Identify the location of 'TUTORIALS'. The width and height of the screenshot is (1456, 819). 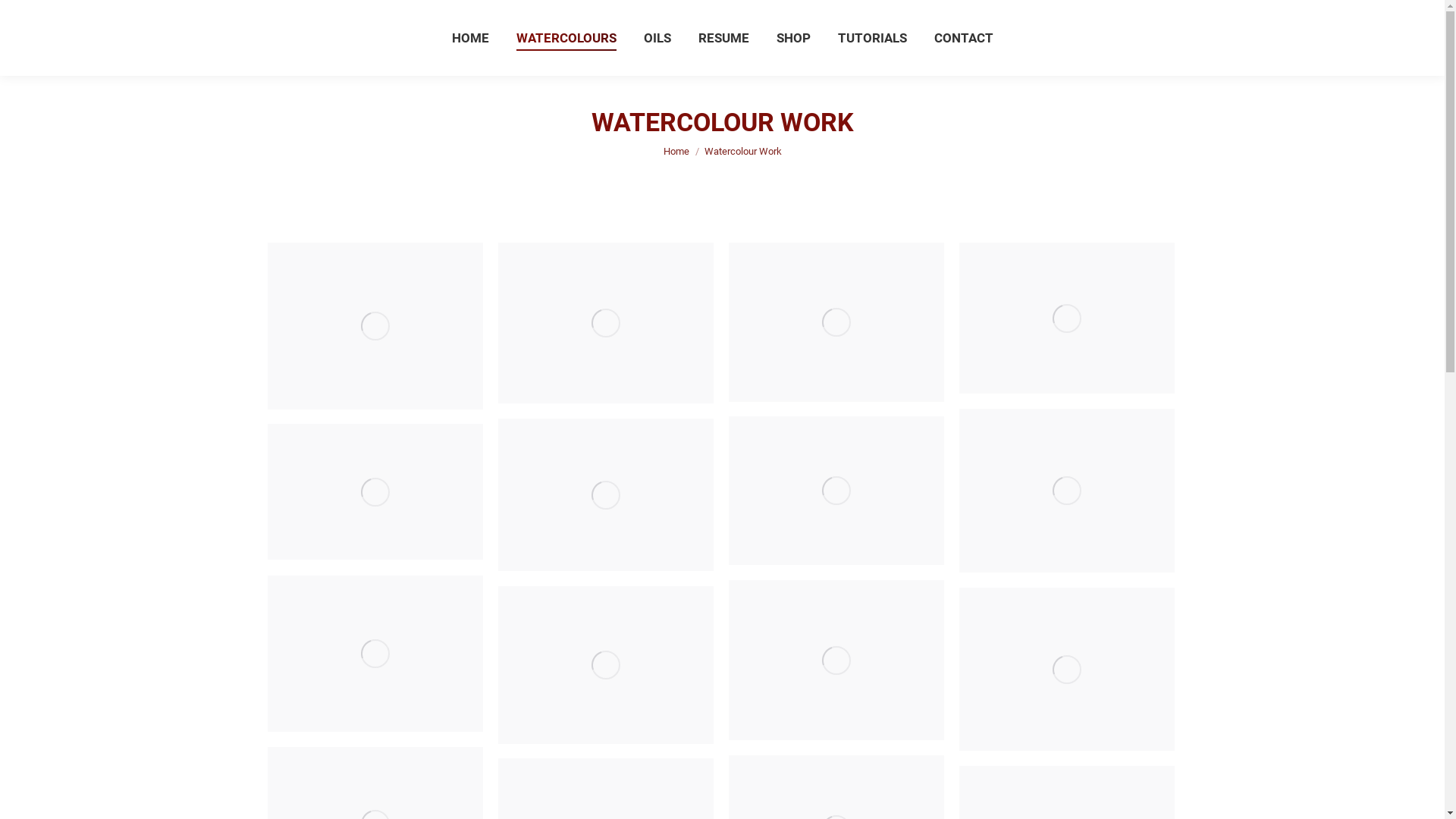
(833, 37).